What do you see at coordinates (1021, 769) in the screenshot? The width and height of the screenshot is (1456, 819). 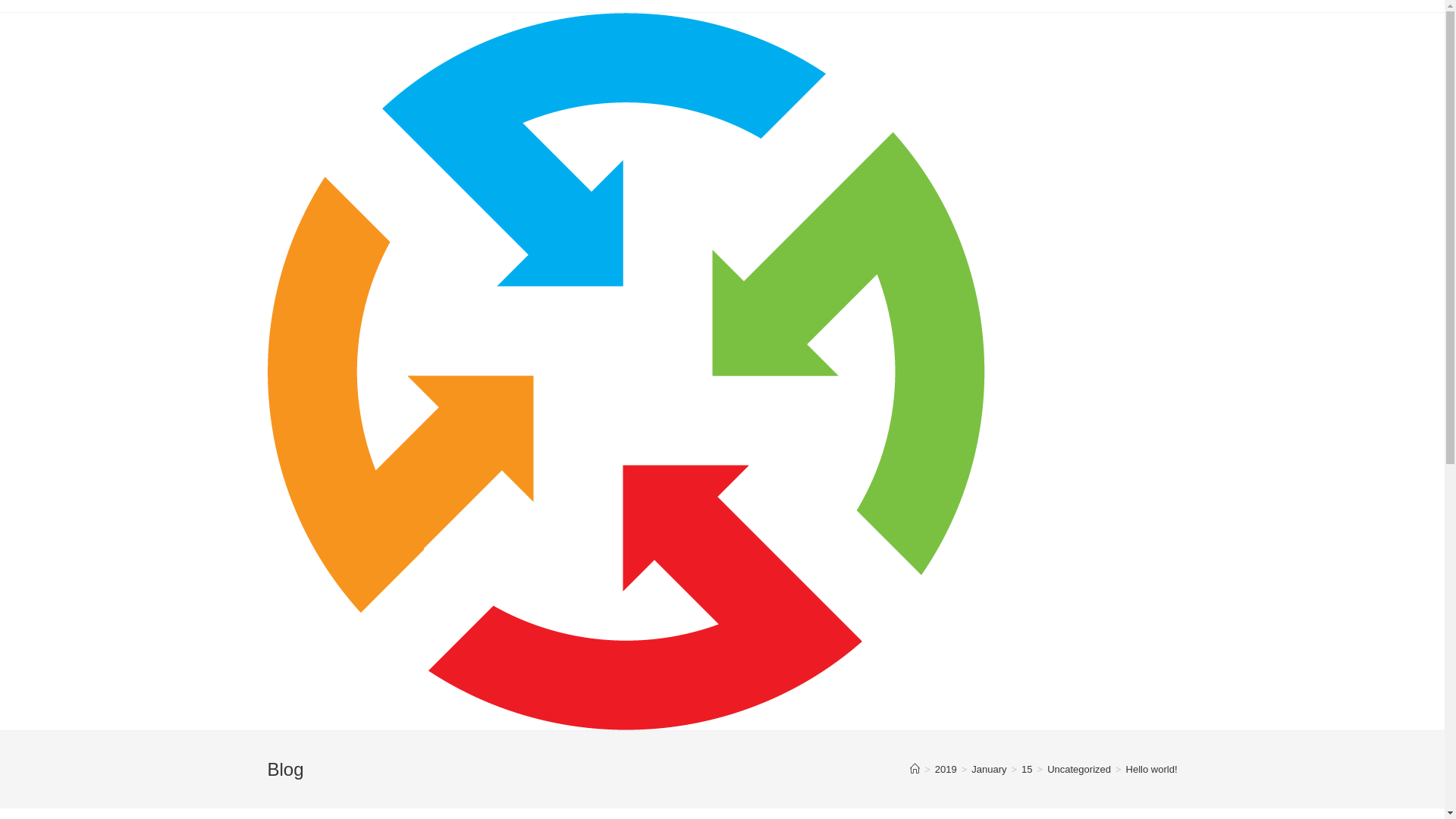 I see `'15'` at bounding box center [1021, 769].